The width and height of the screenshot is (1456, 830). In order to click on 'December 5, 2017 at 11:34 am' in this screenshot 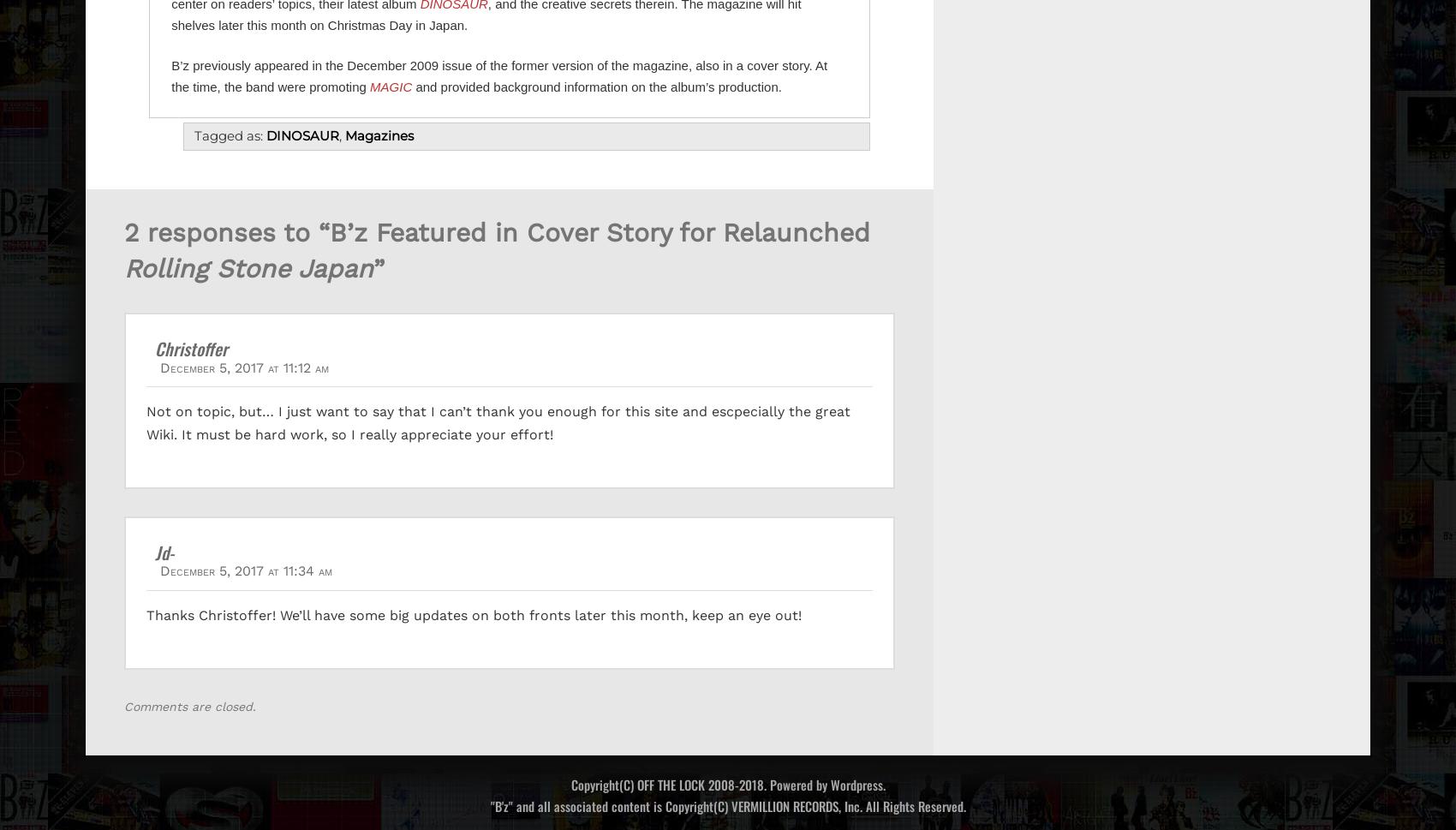, I will do `click(246, 570)`.